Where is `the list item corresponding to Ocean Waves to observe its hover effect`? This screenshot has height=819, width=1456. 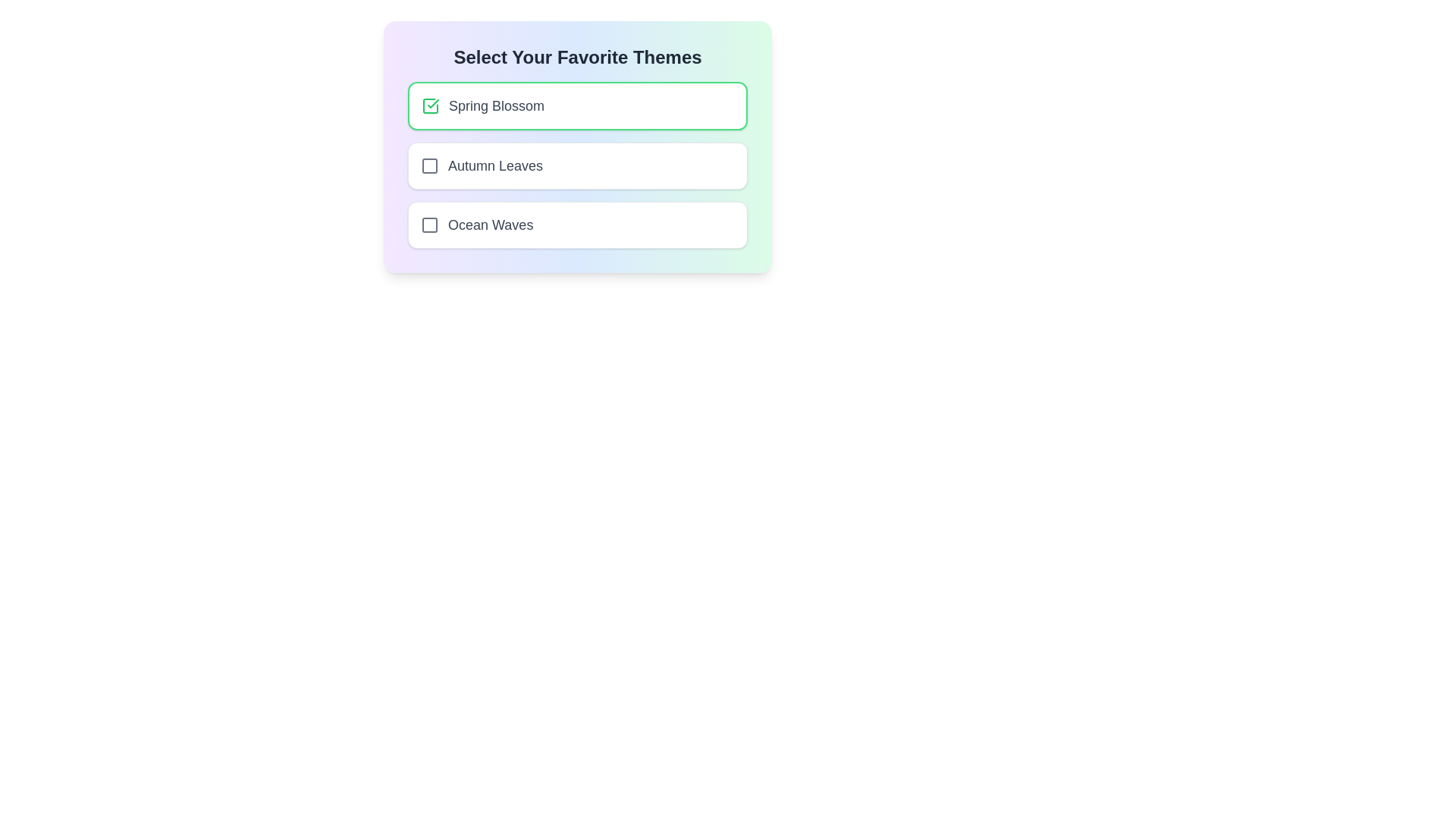
the list item corresponding to Ocean Waves to observe its hover effect is located at coordinates (577, 225).